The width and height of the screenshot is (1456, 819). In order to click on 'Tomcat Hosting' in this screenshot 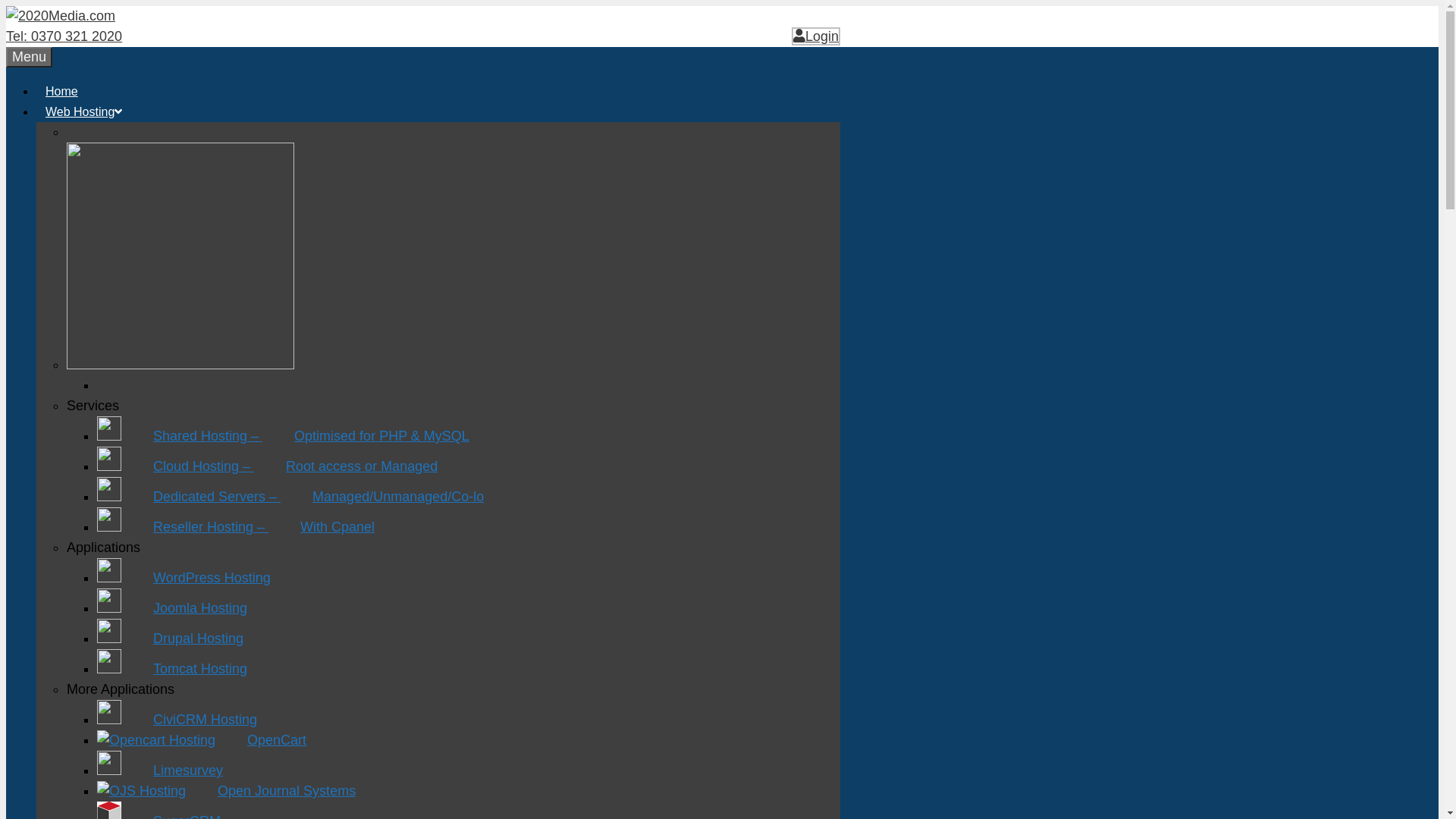, I will do `click(171, 668)`.